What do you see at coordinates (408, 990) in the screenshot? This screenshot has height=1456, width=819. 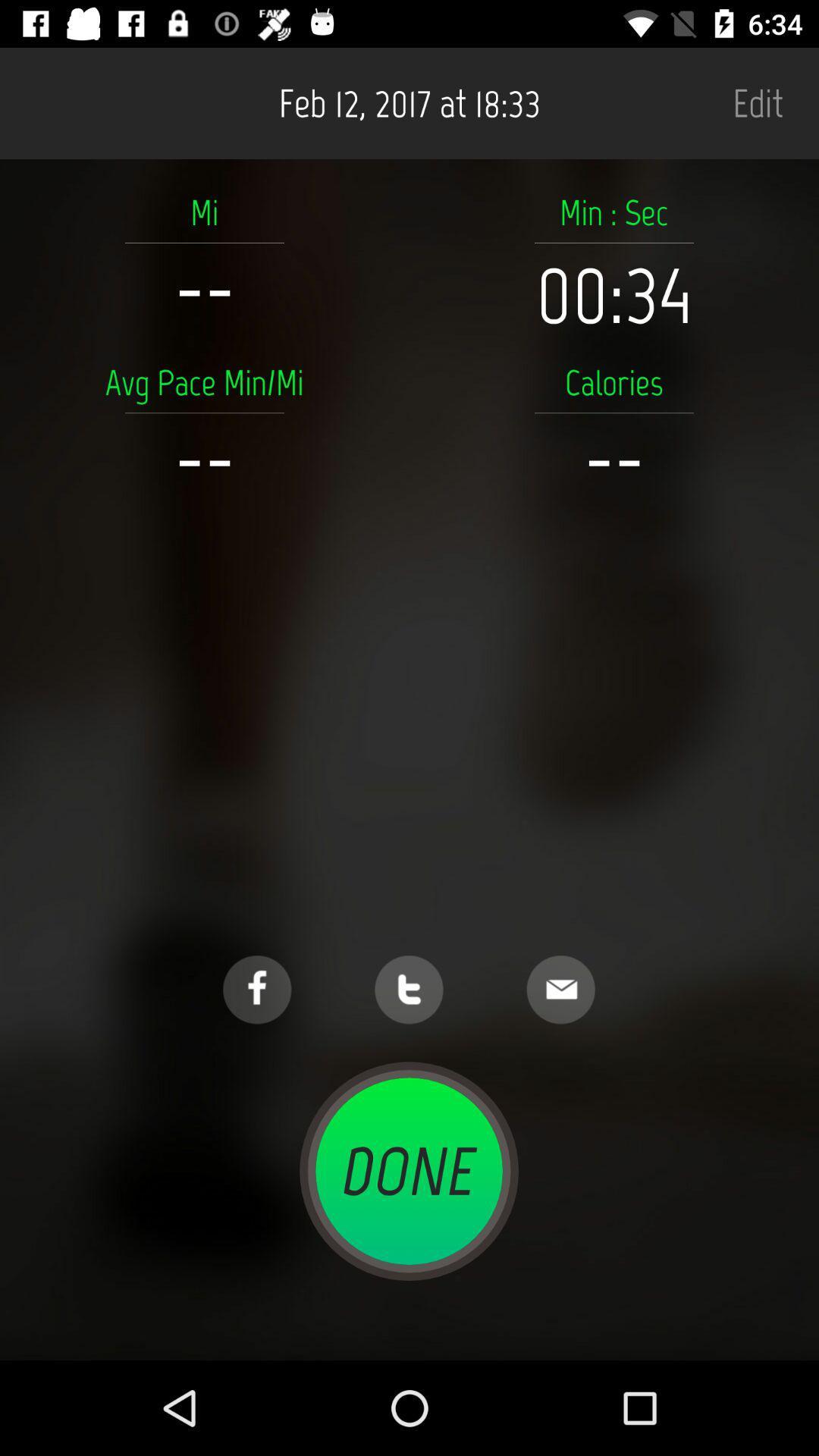 I see `twitter page` at bounding box center [408, 990].